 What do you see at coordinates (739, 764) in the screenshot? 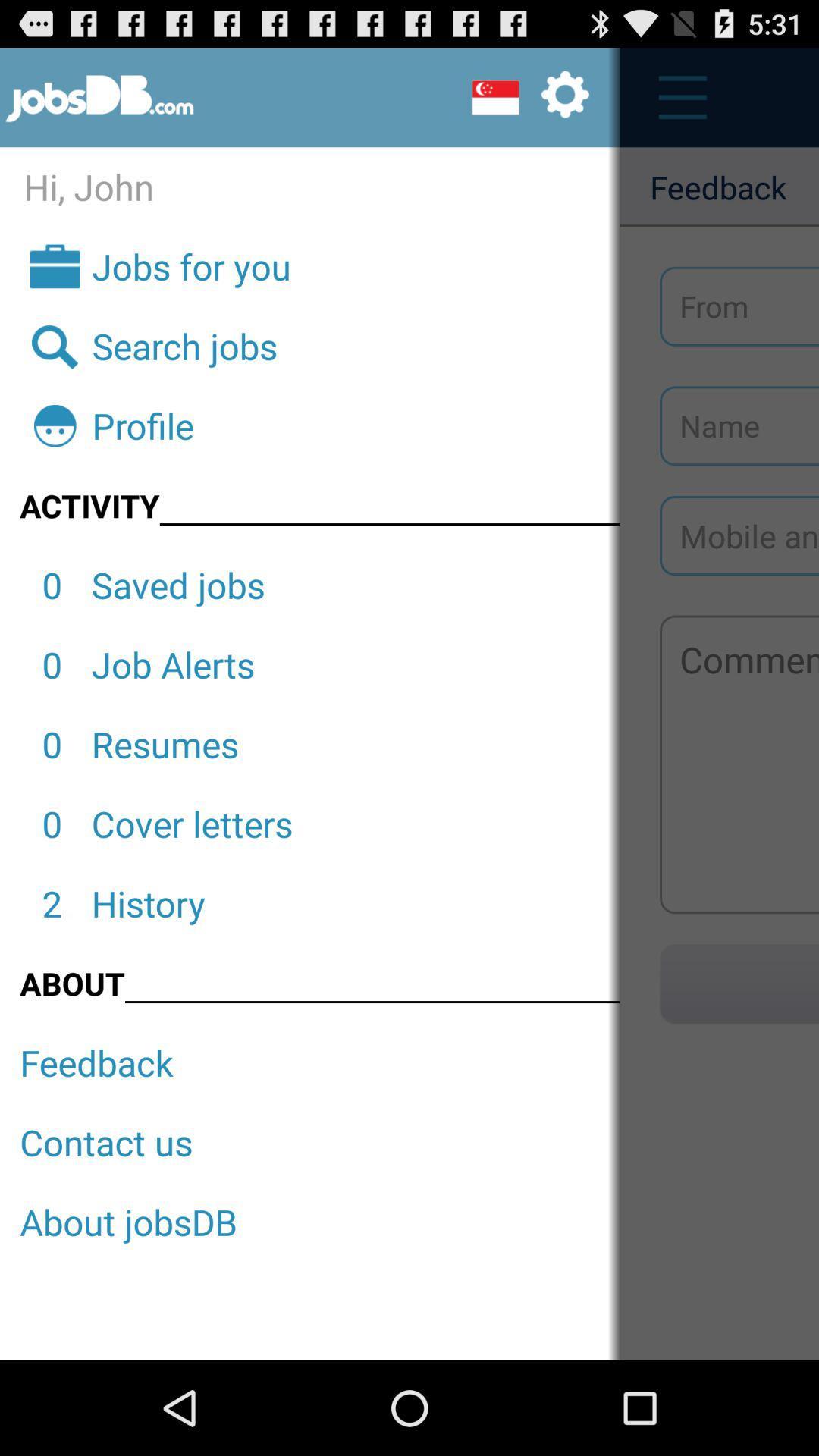
I see `share the opinion` at bounding box center [739, 764].